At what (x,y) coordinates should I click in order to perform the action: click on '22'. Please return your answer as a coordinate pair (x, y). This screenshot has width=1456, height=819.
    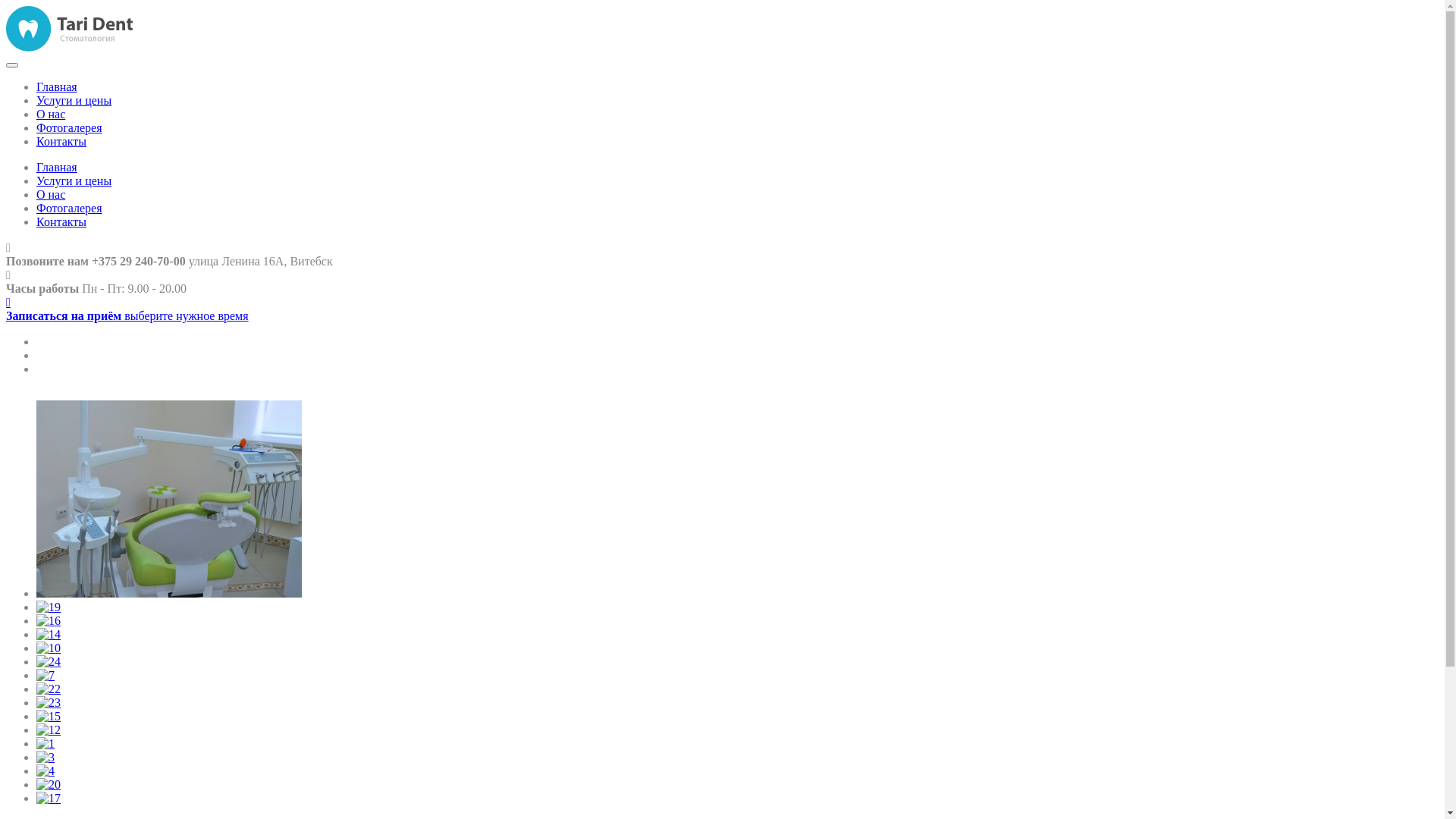
    Looking at the image, I should click on (48, 689).